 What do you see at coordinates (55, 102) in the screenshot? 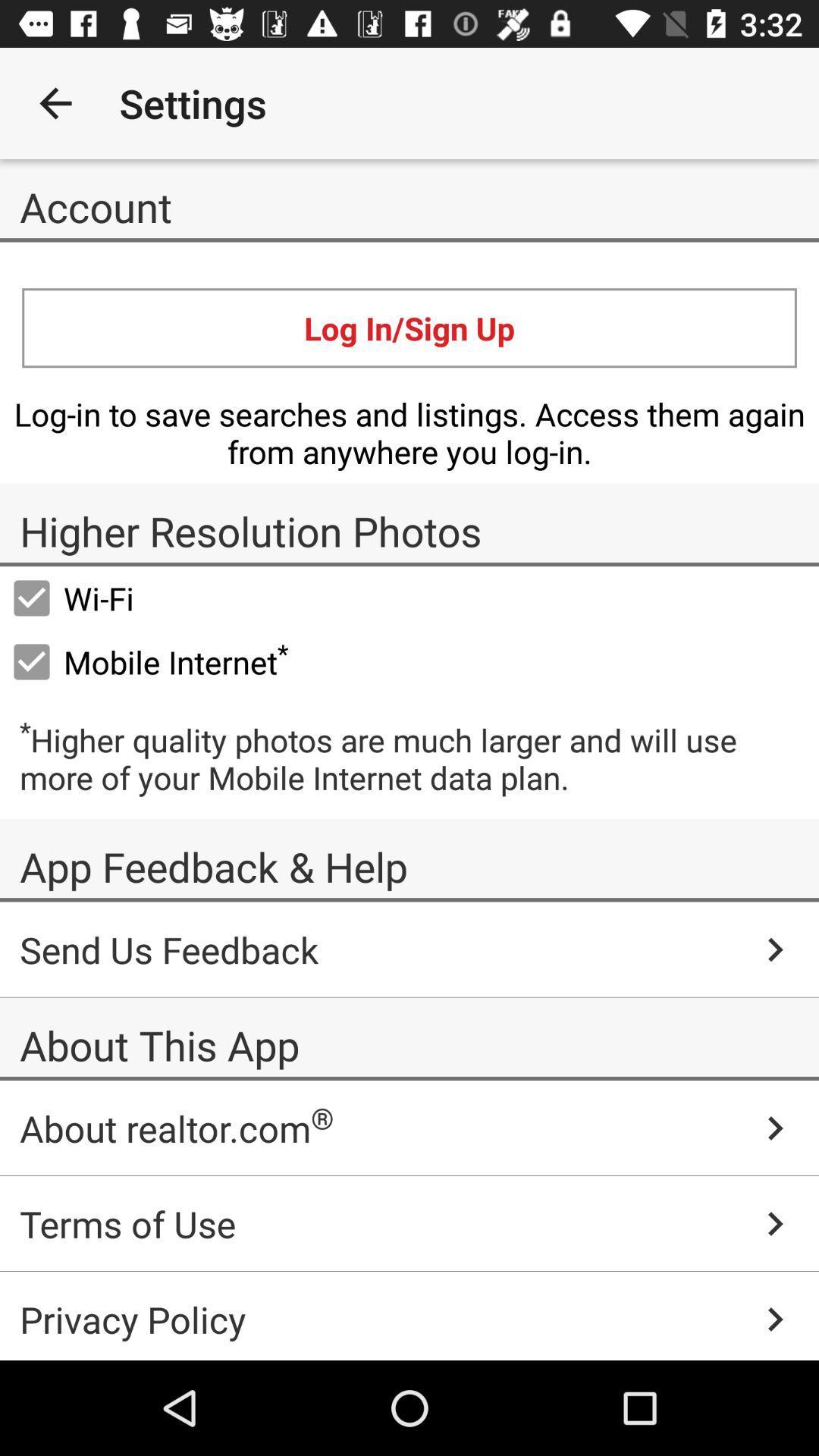
I see `previous` at bounding box center [55, 102].